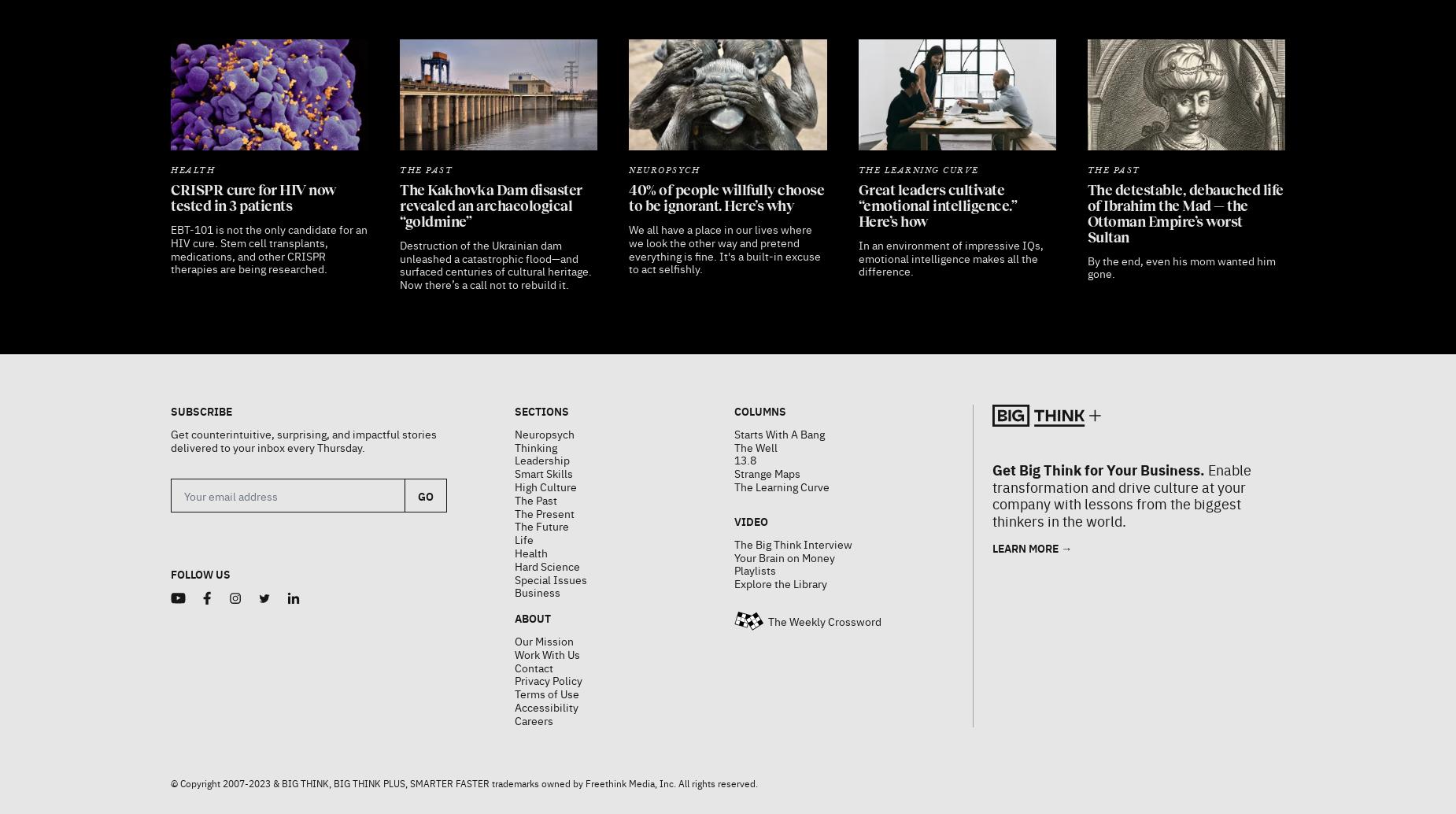 Image resolution: width=1456 pixels, height=814 pixels. Describe the element at coordinates (758, 371) in the screenshot. I see `'Columns'` at that location.